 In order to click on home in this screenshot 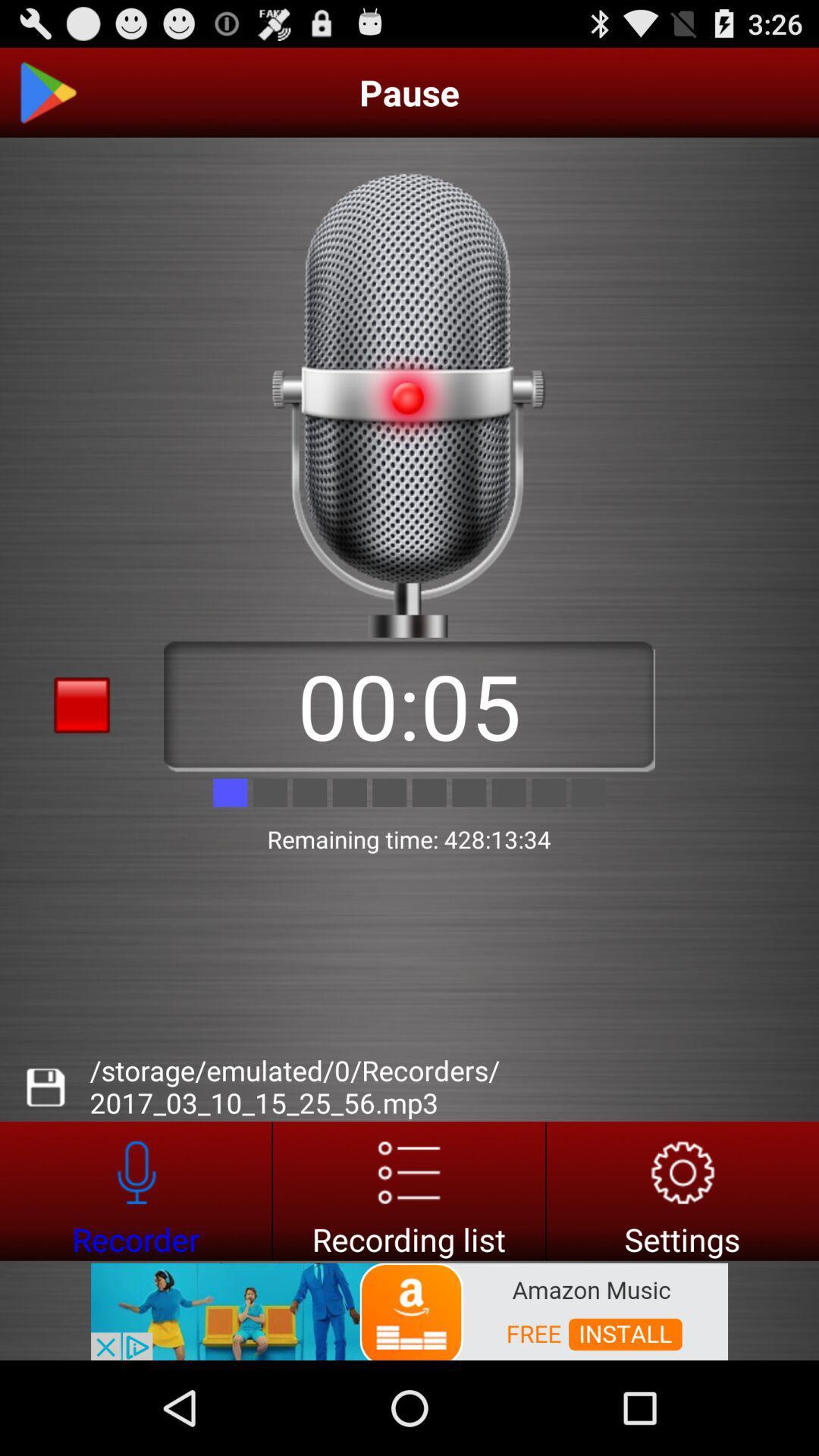, I will do `click(46, 92)`.